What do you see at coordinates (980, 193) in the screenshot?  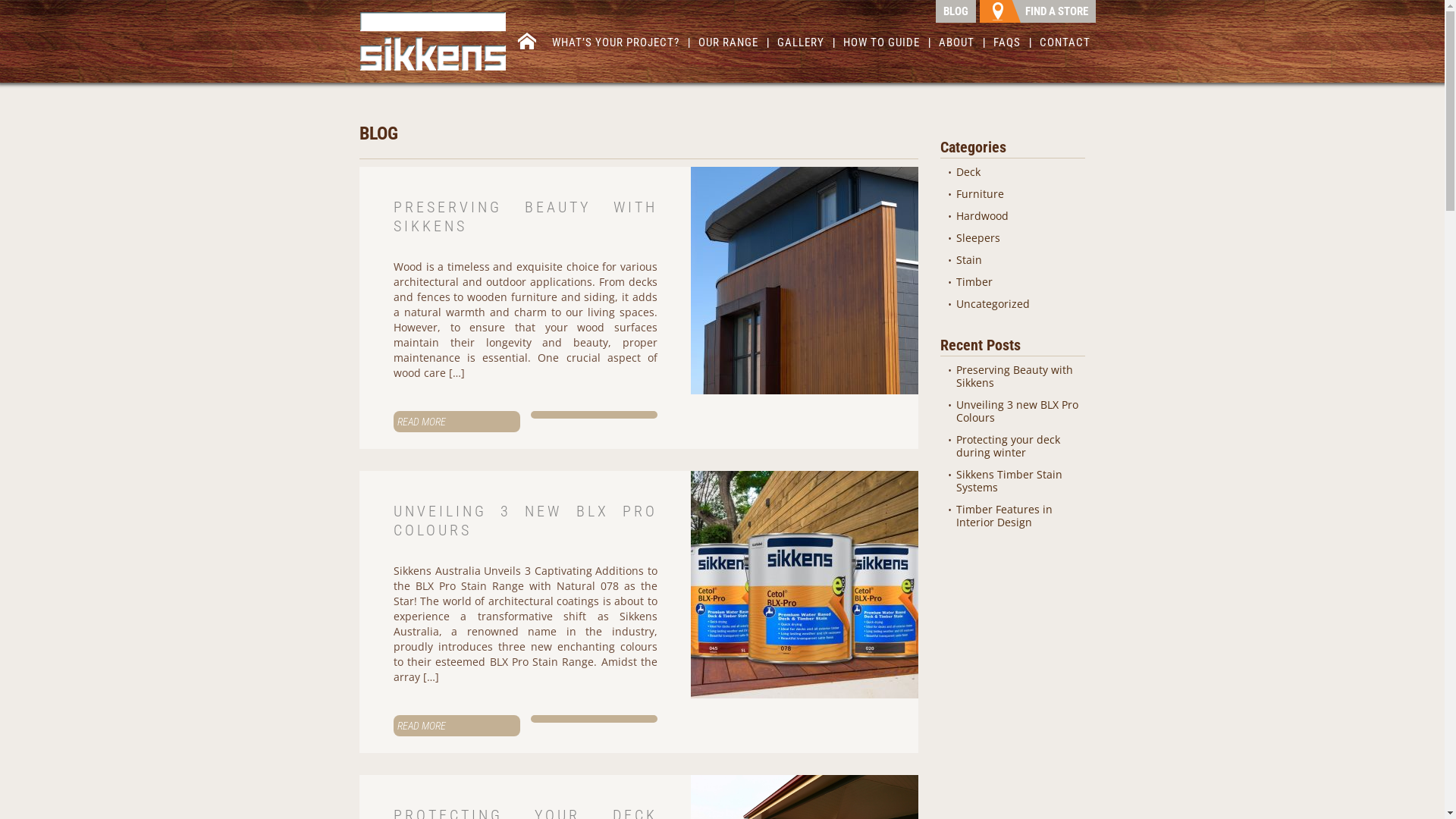 I see `'Furniture'` at bounding box center [980, 193].